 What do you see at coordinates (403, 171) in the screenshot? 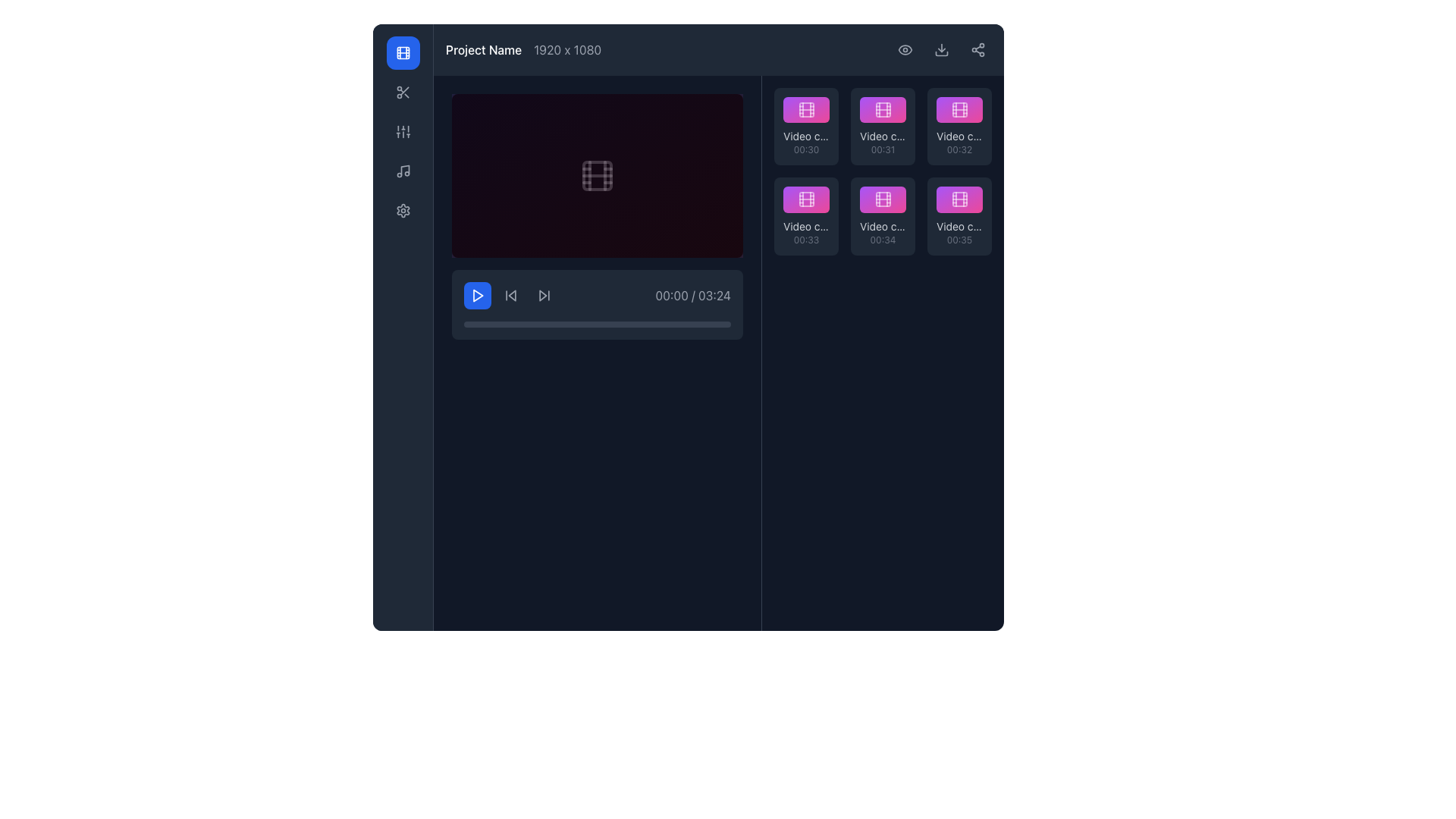
I see `the music-related button located as the fourth icon in the vertical list on the left sidebar of the application, positioned between the sliders icon above and the settings icon below` at bounding box center [403, 171].